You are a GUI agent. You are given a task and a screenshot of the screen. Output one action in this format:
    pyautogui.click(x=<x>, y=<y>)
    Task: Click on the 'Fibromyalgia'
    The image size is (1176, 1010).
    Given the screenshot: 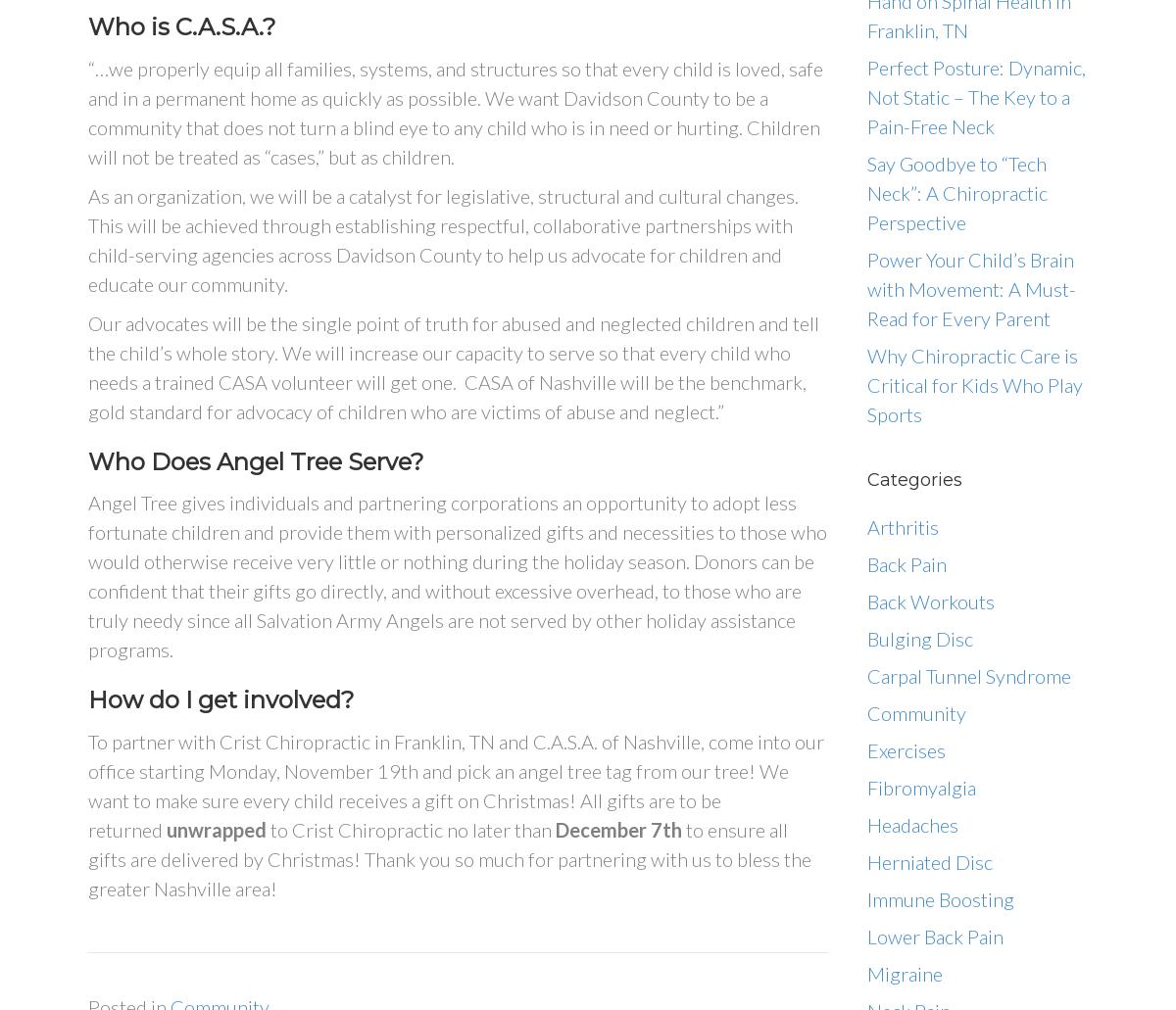 What is the action you would take?
    pyautogui.click(x=921, y=786)
    